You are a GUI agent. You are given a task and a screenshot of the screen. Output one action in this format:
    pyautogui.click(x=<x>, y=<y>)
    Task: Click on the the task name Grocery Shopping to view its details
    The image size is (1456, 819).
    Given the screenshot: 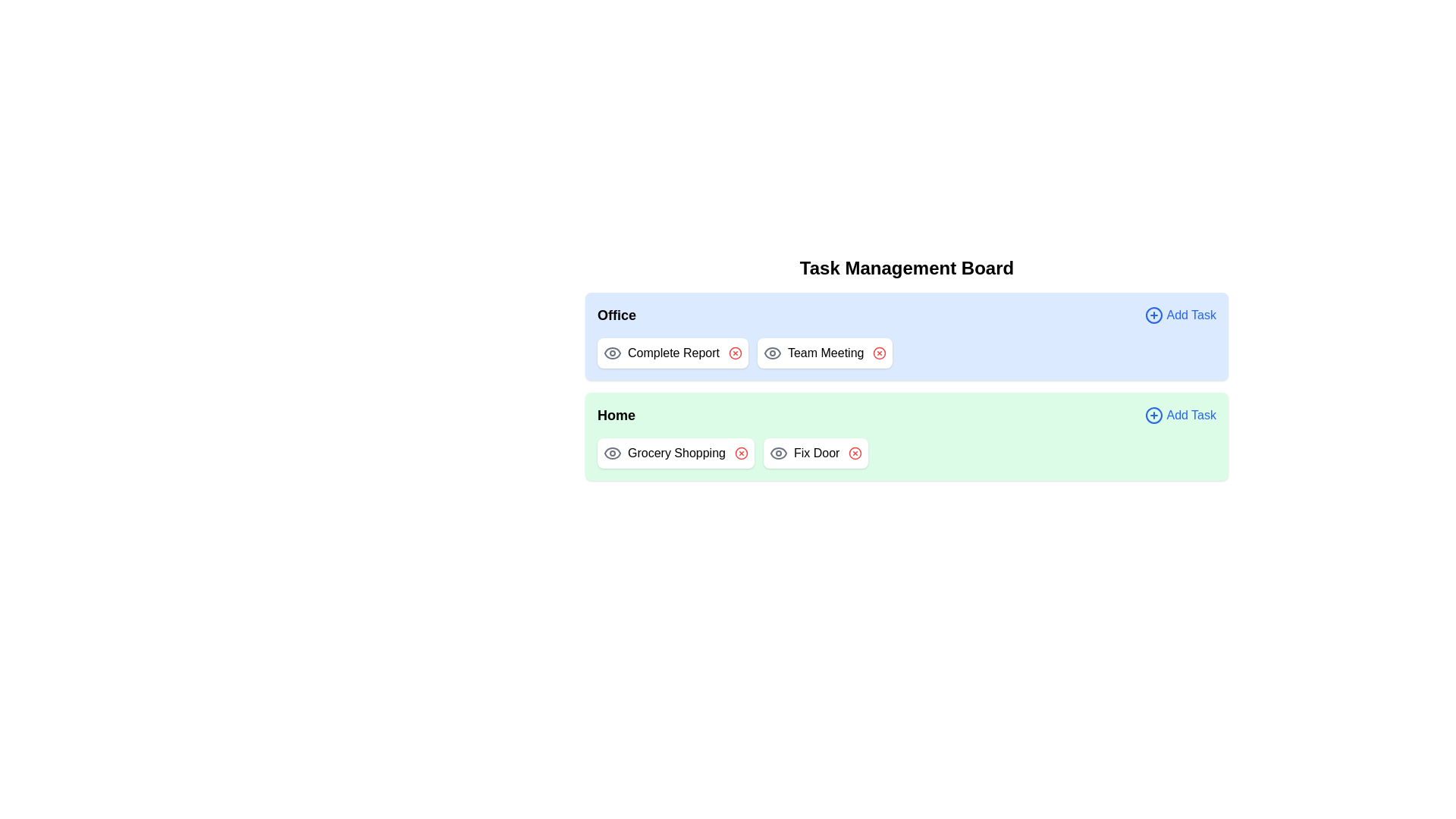 What is the action you would take?
    pyautogui.click(x=675, y=452)
    